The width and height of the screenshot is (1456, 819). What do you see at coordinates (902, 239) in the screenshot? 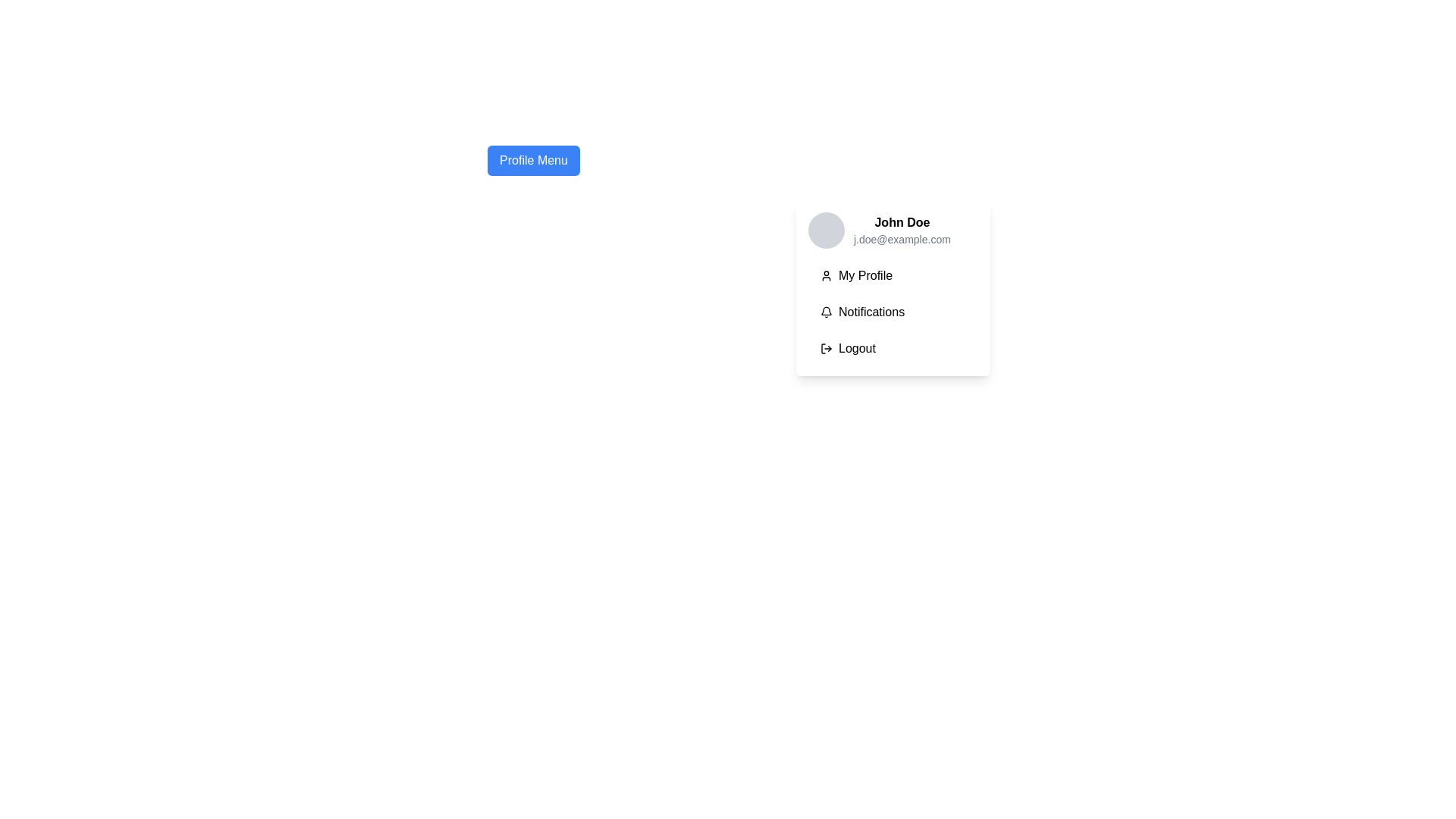
I see `the email address label displaying 'j.doe@example.com' located directly below the name 'John Doe' in the profile menu` at bounding box center [902, 239].